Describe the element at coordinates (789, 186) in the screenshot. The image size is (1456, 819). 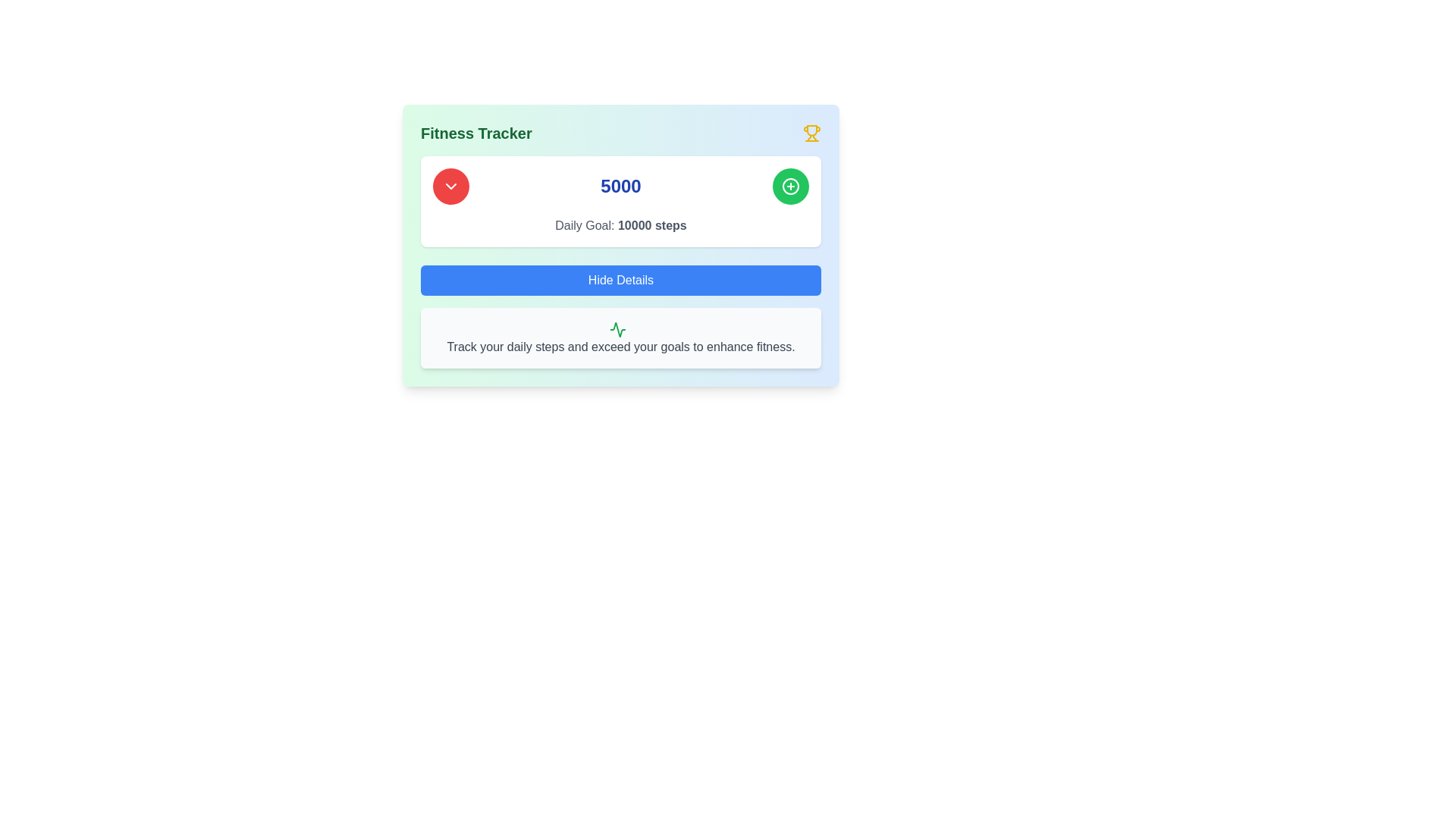
I see `the circular icon with a plus sign located in the top-right corner of the card interface` at that location.